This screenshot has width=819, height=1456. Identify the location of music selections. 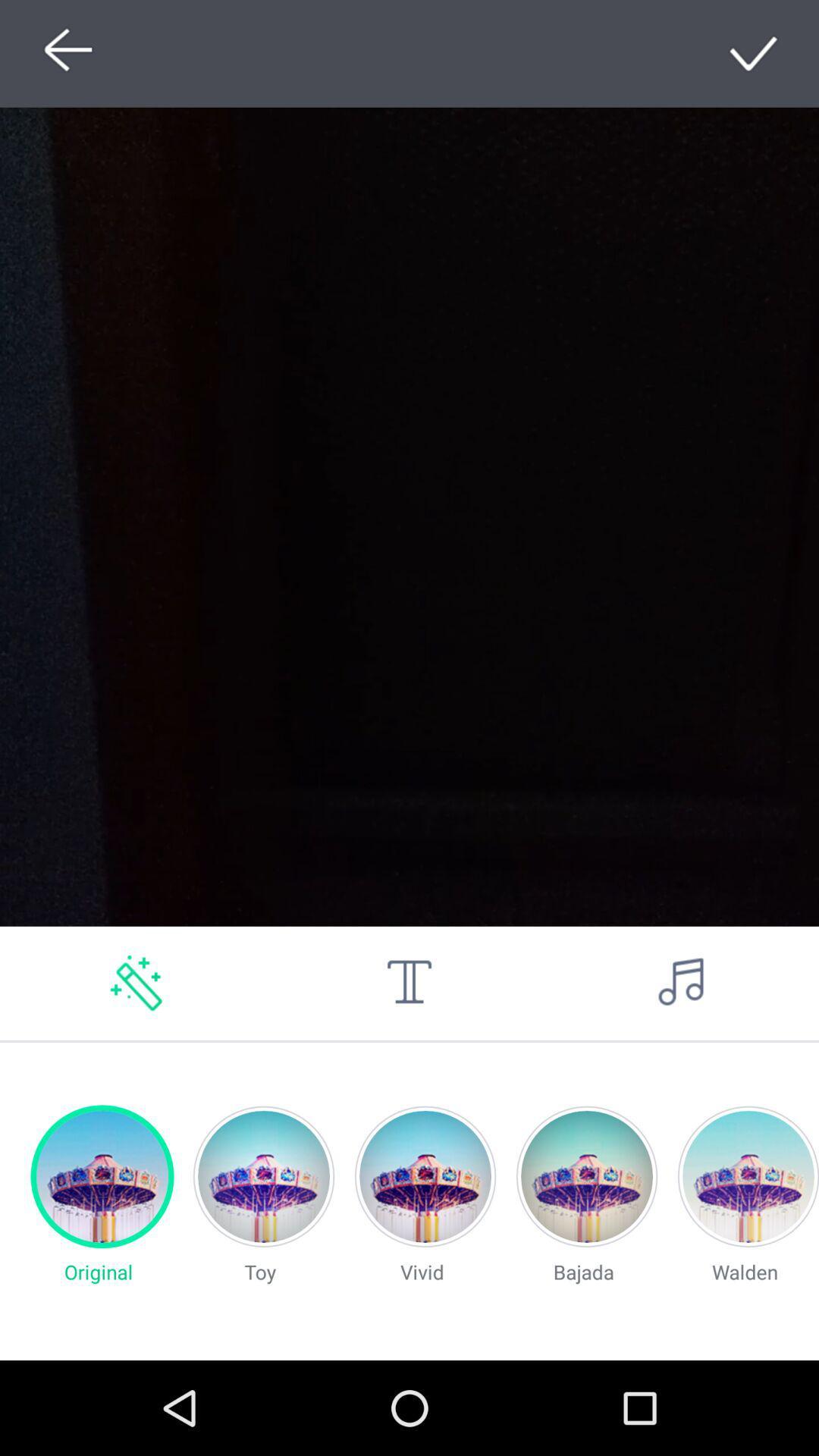
(681, 983).